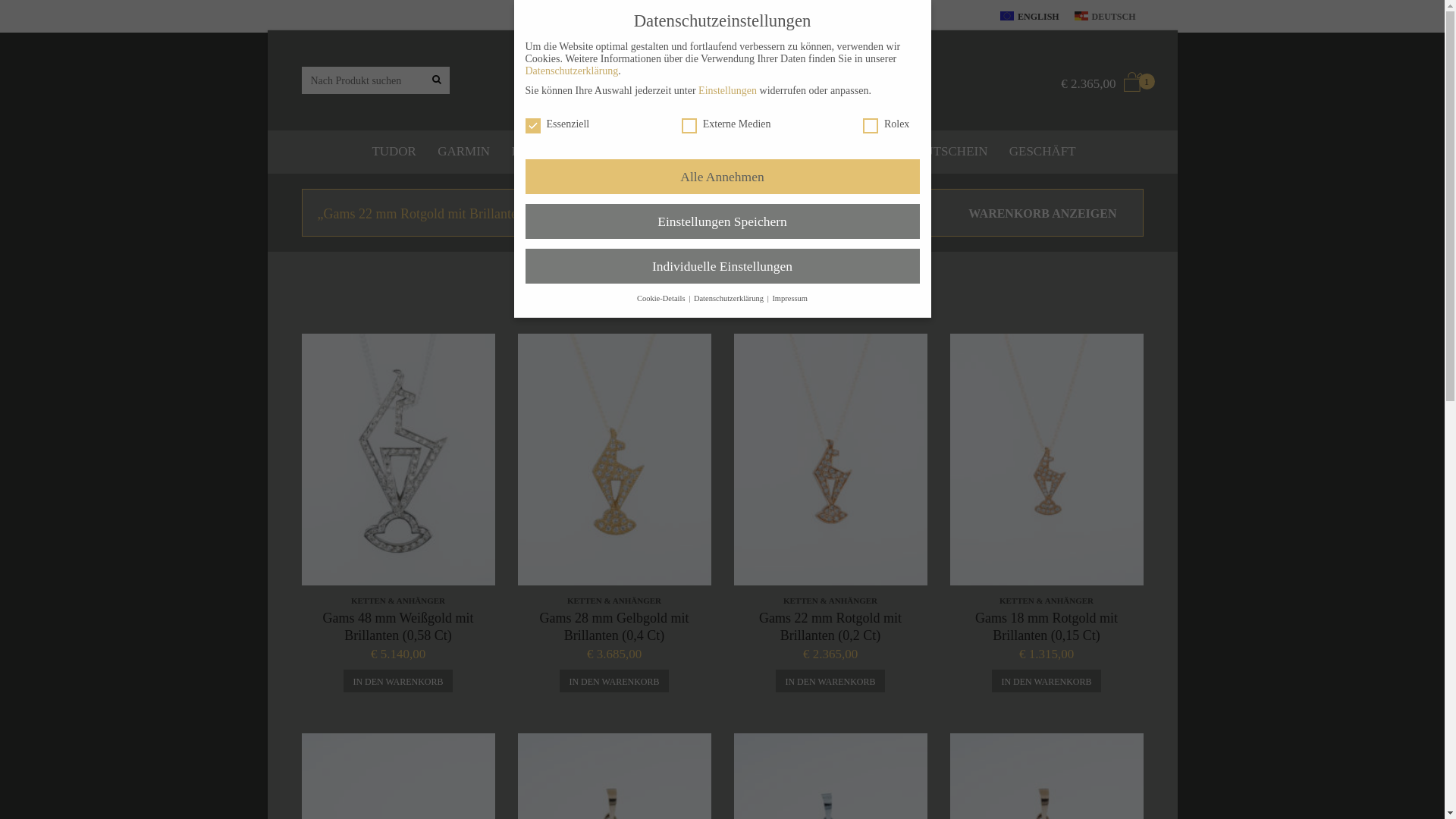  What do you see at coordinates (425, 80) in the screenshot?
I see `'Nach Produkt suchen'` at bounding box center [425, 80].